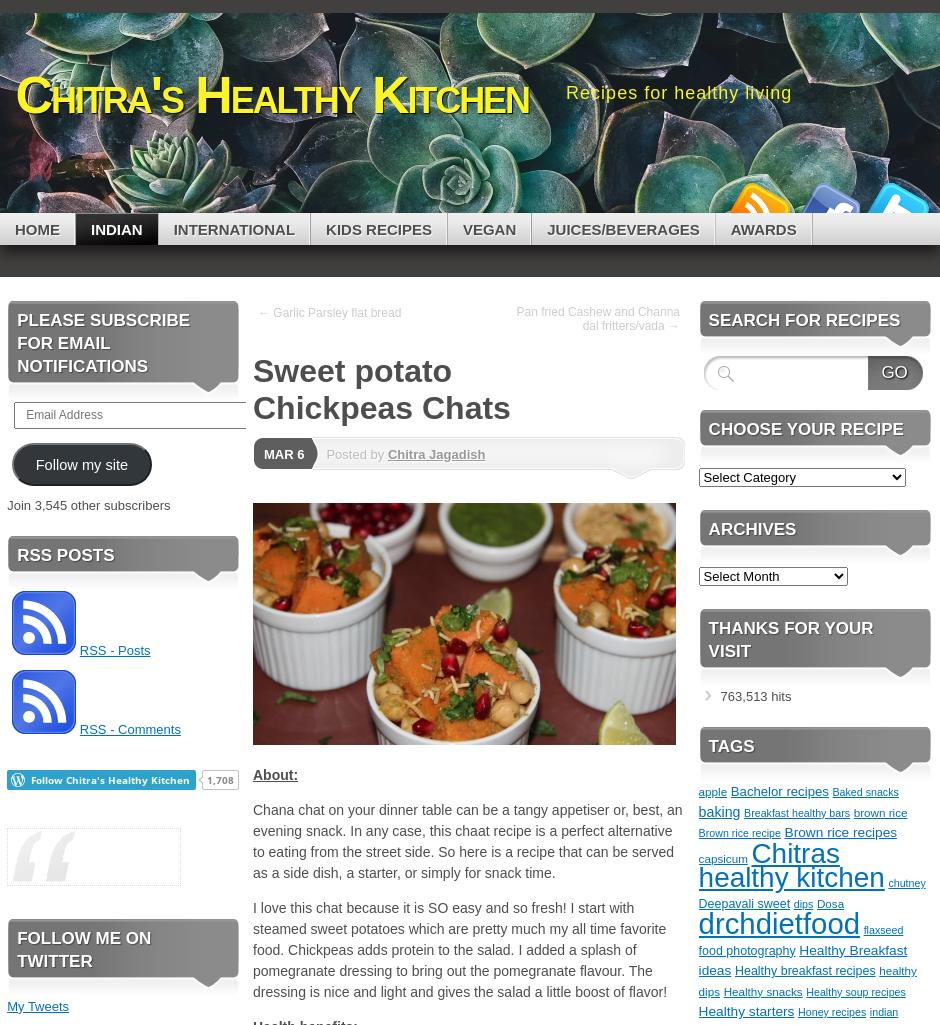 Image resolution: width=940 pixels, height=1025 pixels. I want to click on 'Healthy soup recipes', so click(854, 989).